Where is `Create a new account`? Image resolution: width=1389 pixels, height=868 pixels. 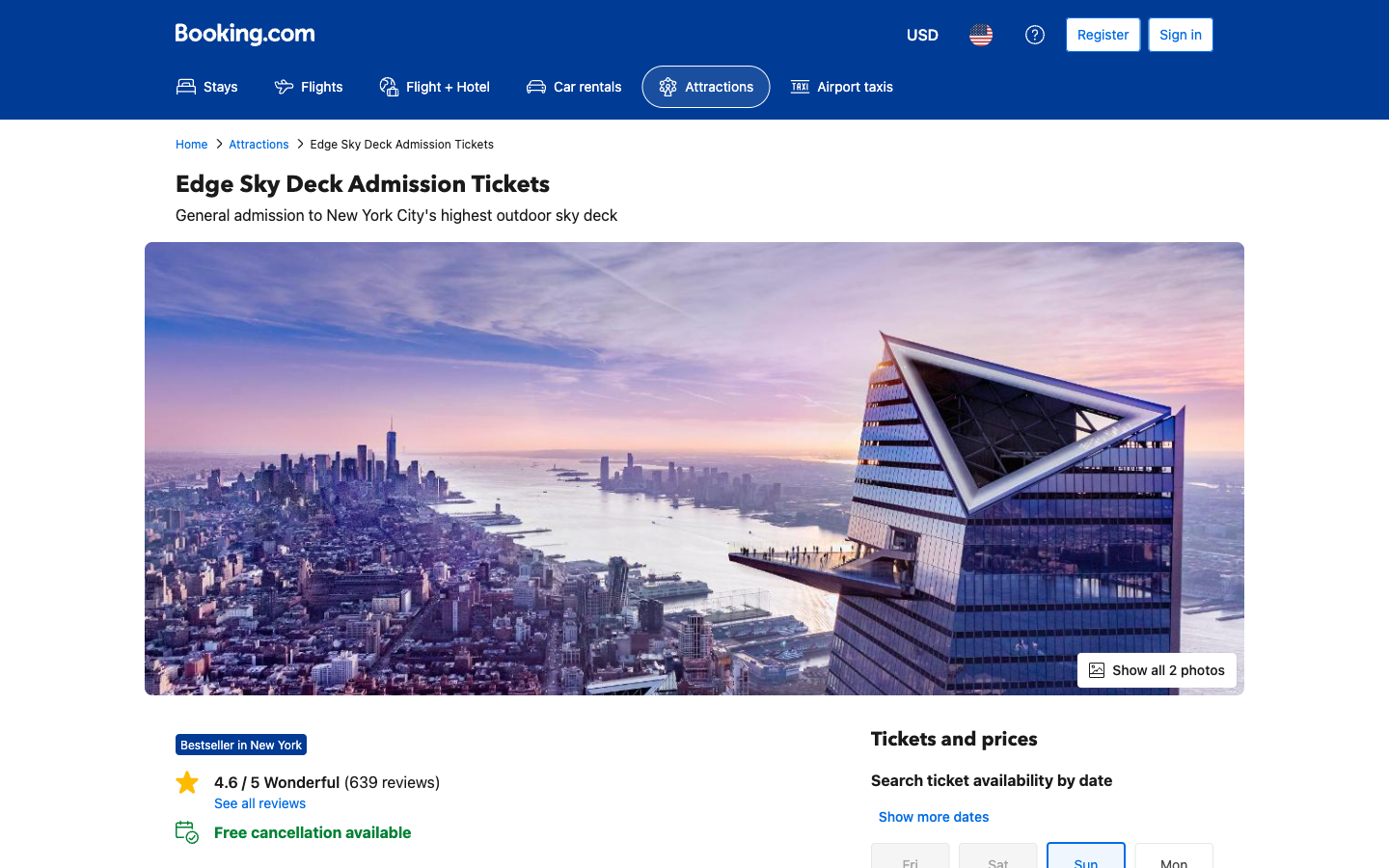
Create a new account is located at coordinates (1103, 34).